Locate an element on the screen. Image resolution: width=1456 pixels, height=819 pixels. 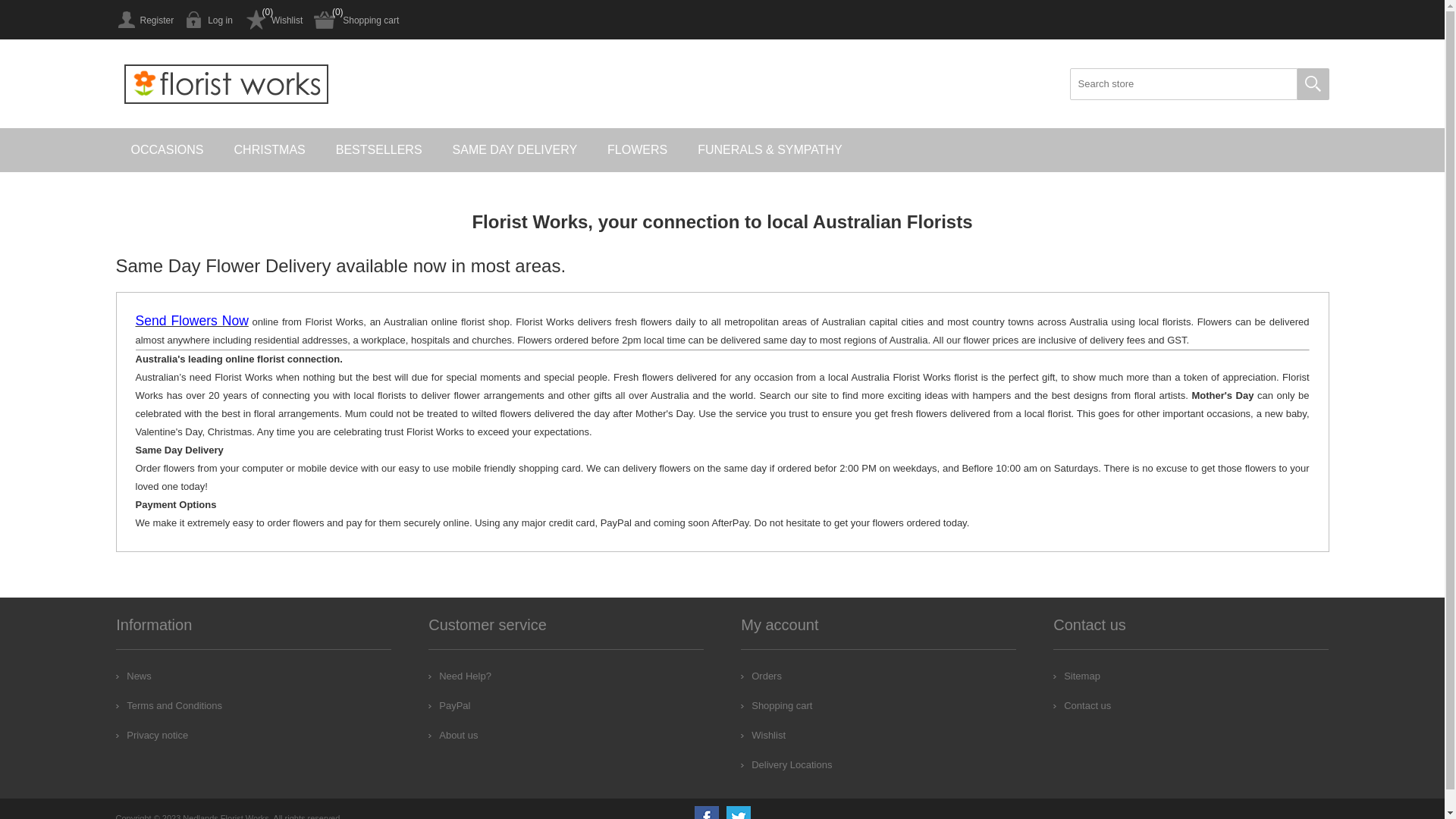
'Send Flowers Now' is located at coordinates (190, 321).